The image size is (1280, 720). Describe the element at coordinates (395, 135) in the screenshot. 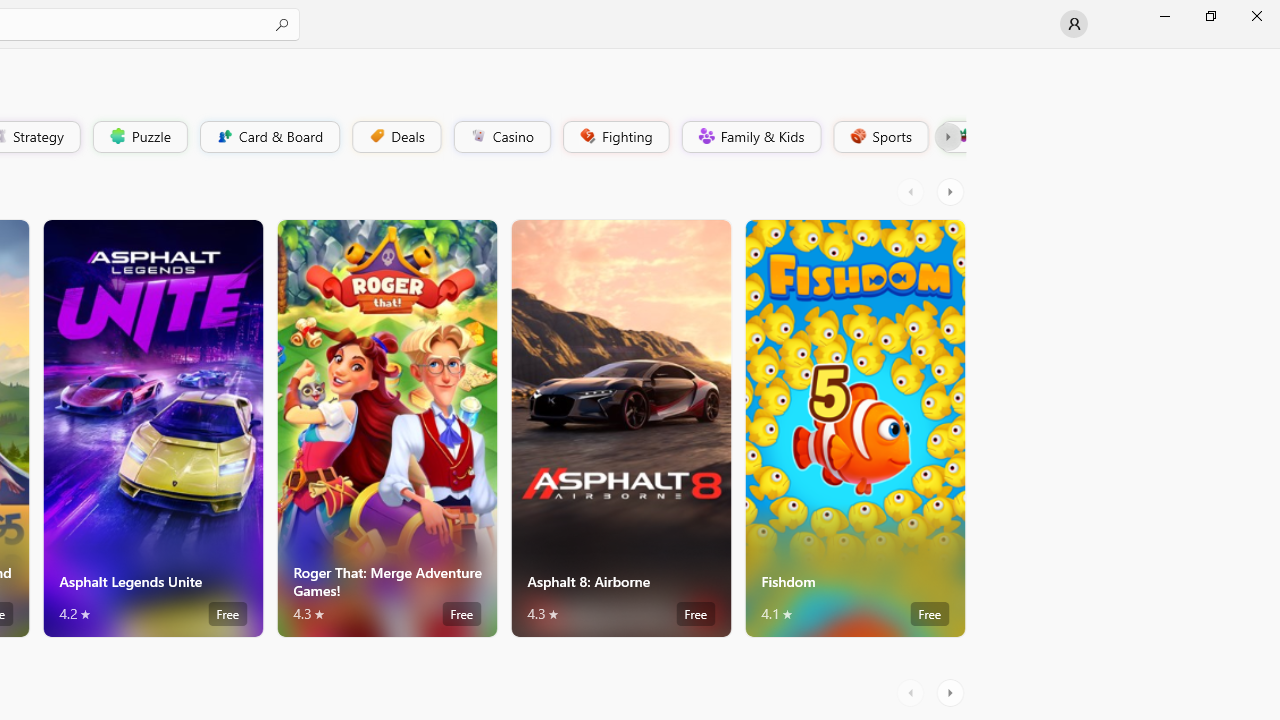

I see `'Deals'` at that location.